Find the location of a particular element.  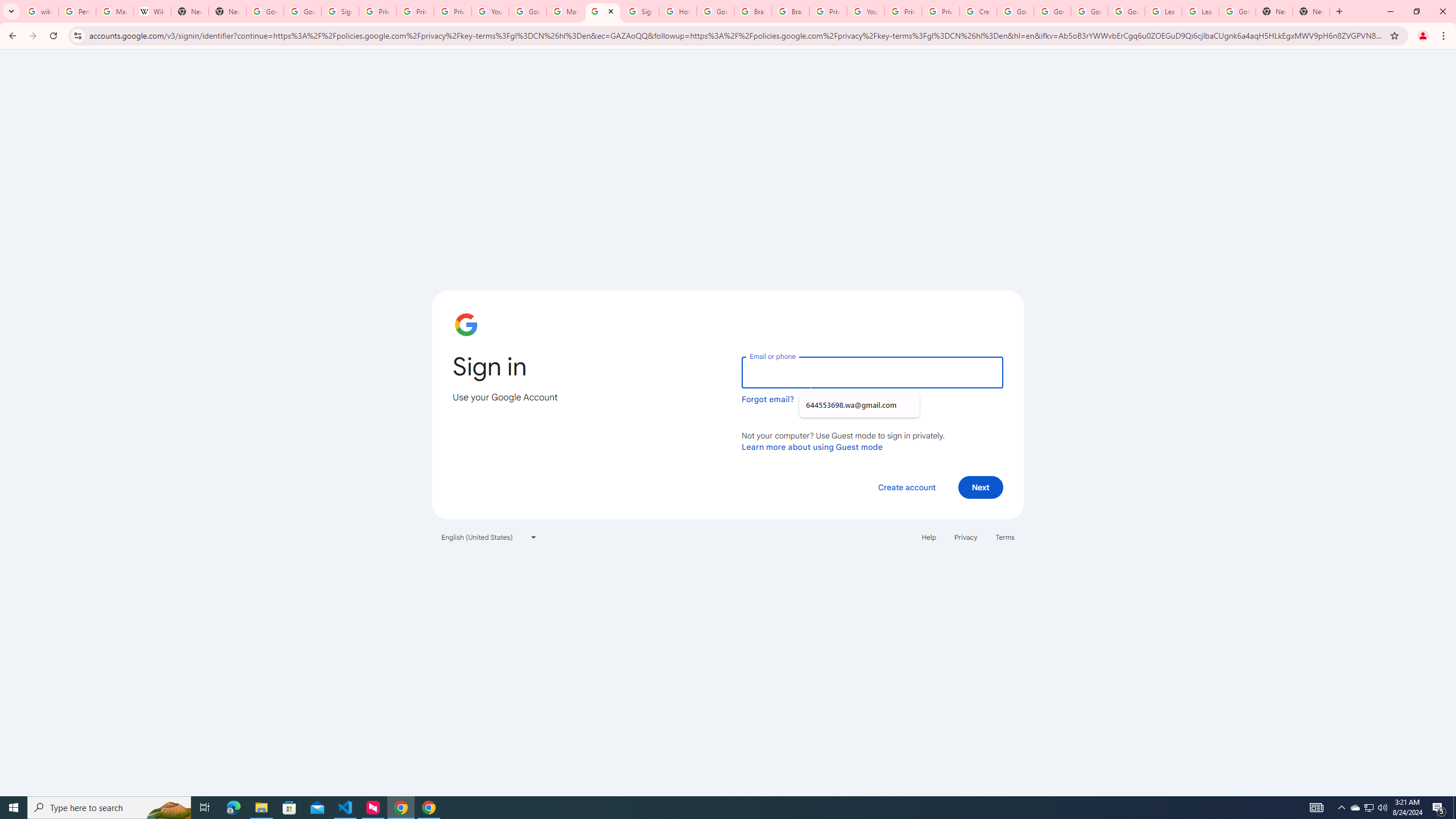

'Google Account Help' is located at coordinates (1126, 11).